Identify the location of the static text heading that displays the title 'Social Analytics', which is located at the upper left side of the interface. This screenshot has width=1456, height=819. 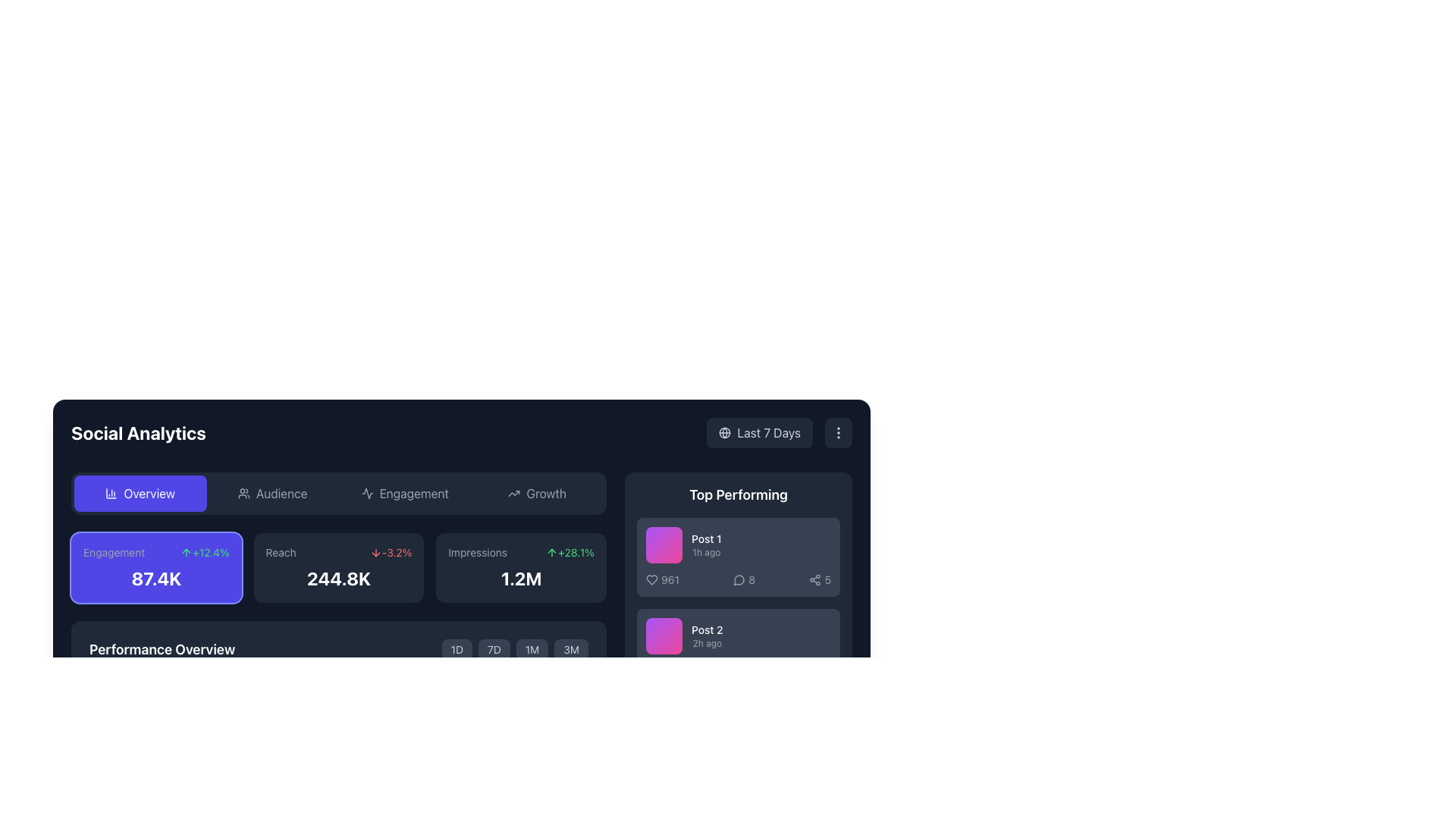
(138, 432).